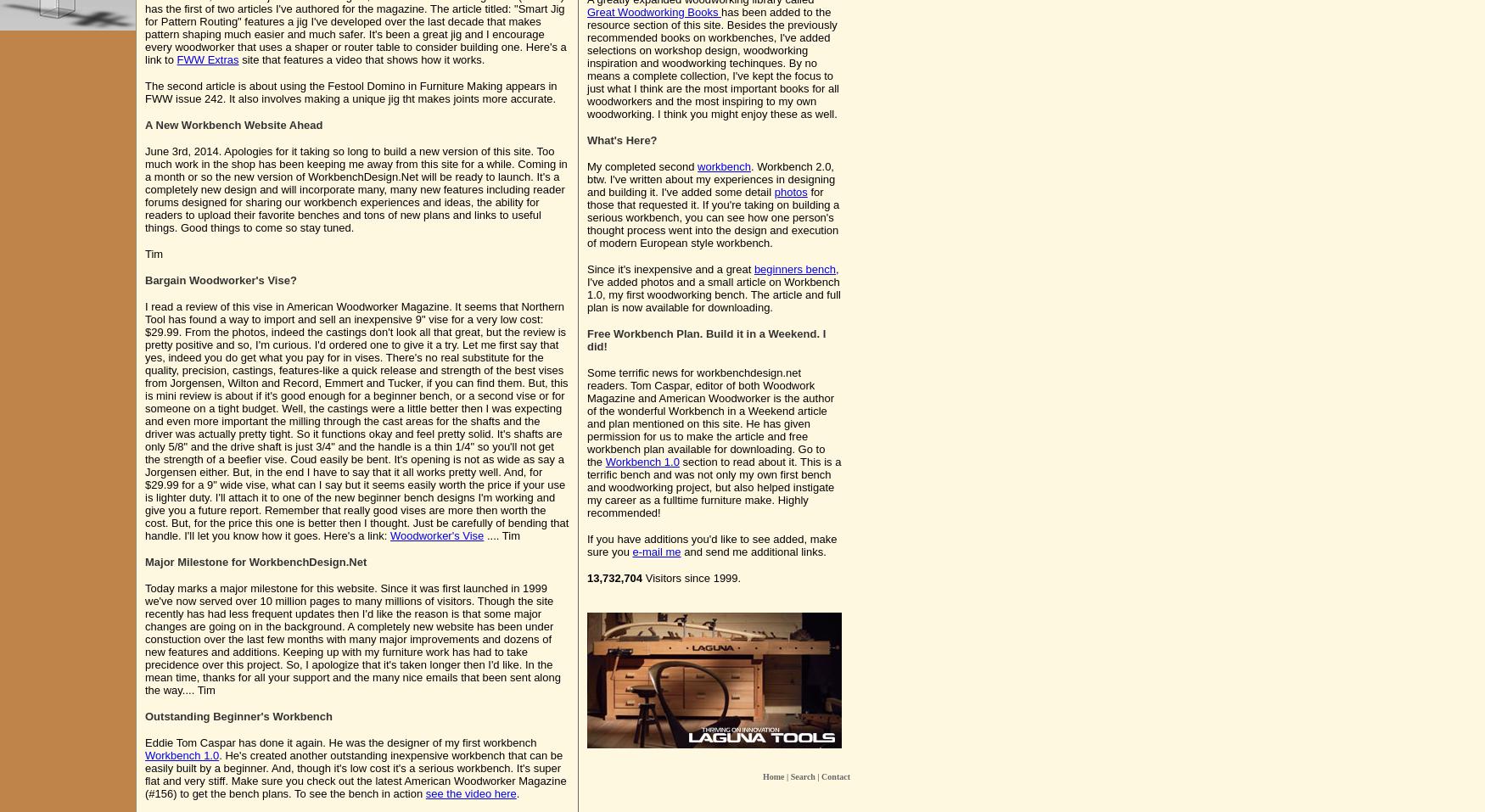 This screenshot has width=1485, height=812. What do you see at coordinates (710, 417) in the screenshot?
I see `'Some terrific news for workbenchdesign.net readers. Tom Caspar, editor of both Woodwork Magazine and American Woodworker is the author of the wonderful Workbench in a Weekend article and plan mentioned on this site. He has given permission for us to make the article and free workbench plan available for downloading. Go to the'` at bounding box center [710, 417].